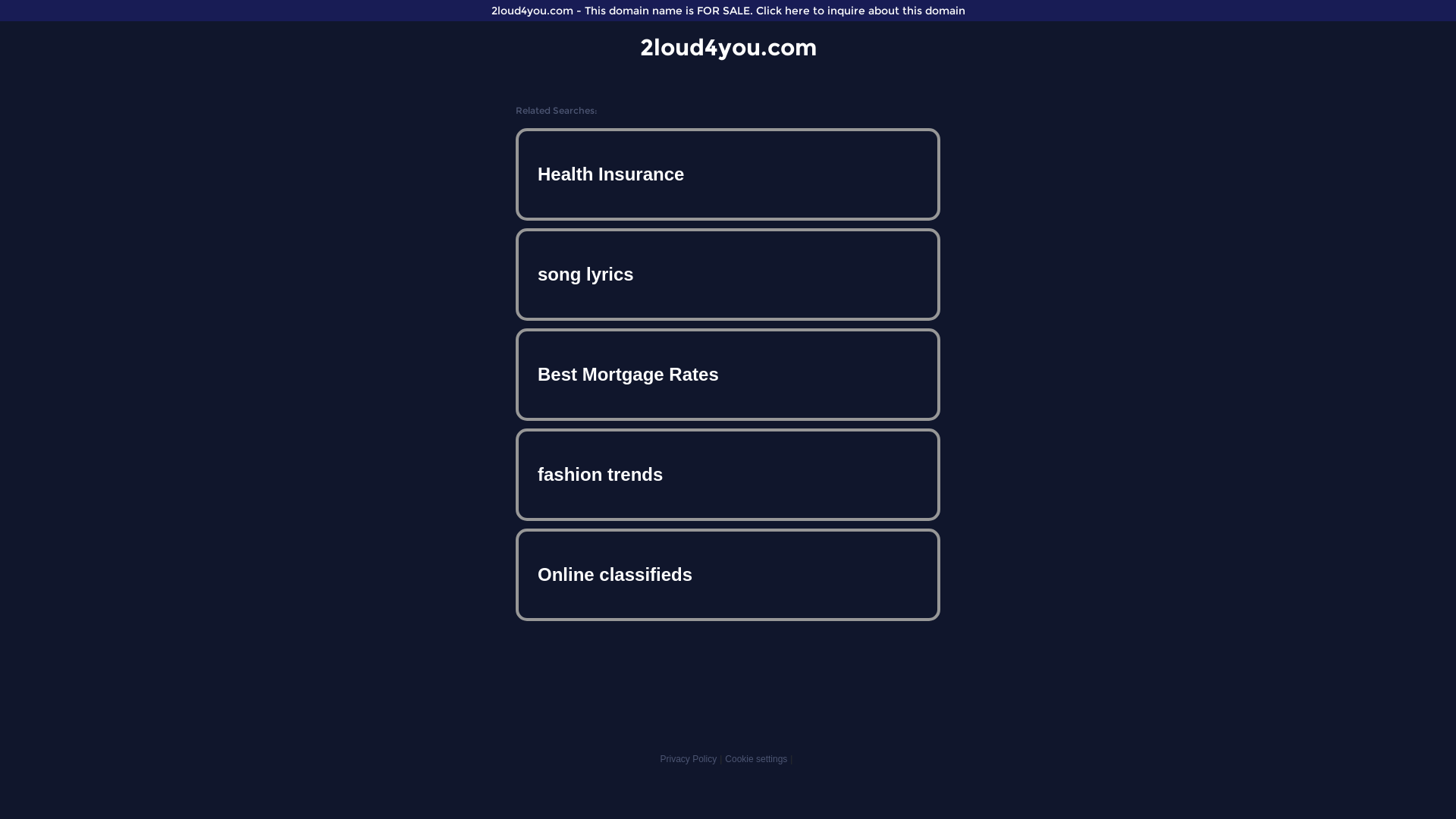  Describe the element at coordinates (640, 46) in the screenshot. I see `'2loud4you.com'` at that location.